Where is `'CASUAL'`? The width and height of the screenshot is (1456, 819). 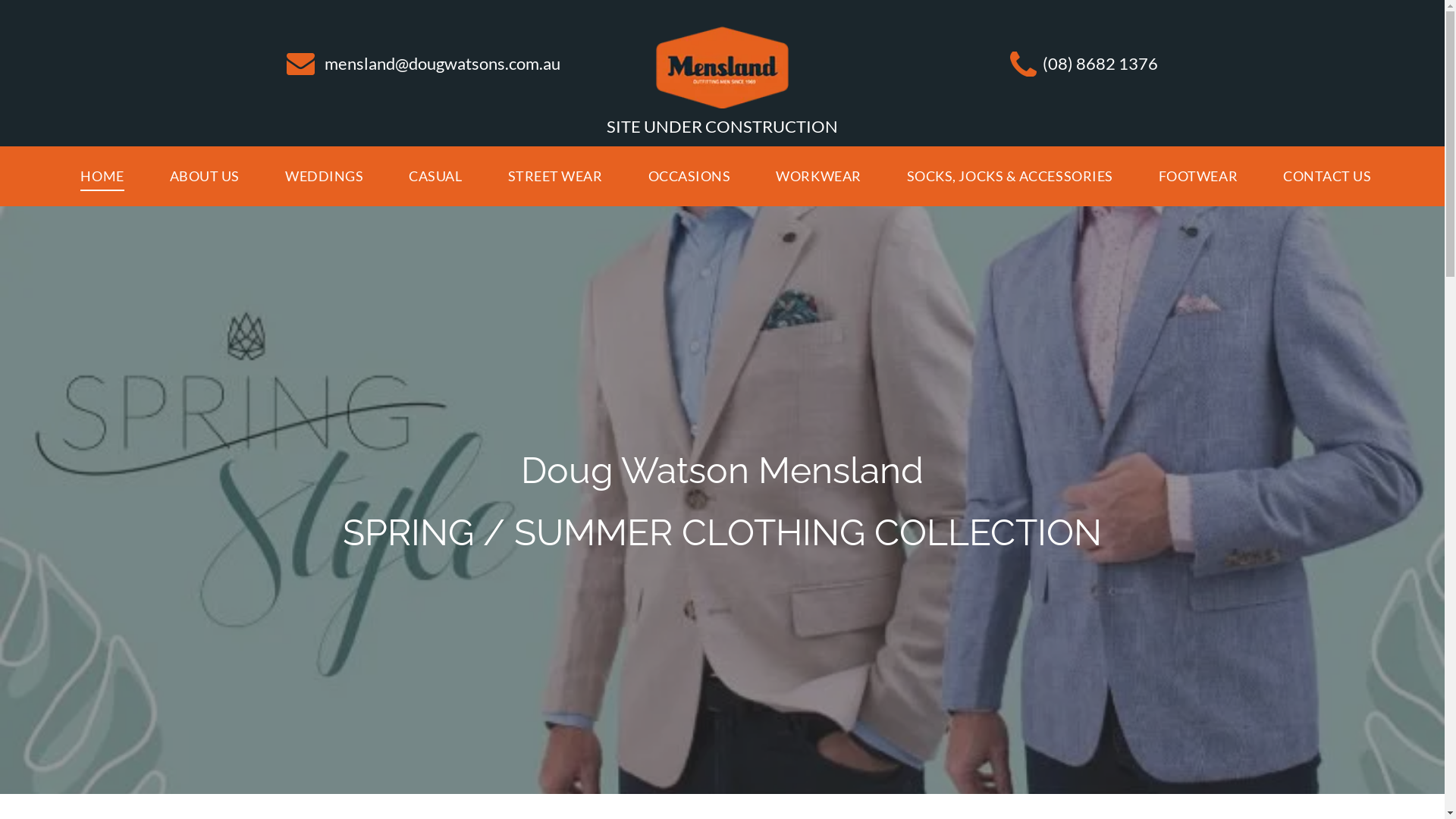
'CASUAL' is located at coordinates (435, 175).